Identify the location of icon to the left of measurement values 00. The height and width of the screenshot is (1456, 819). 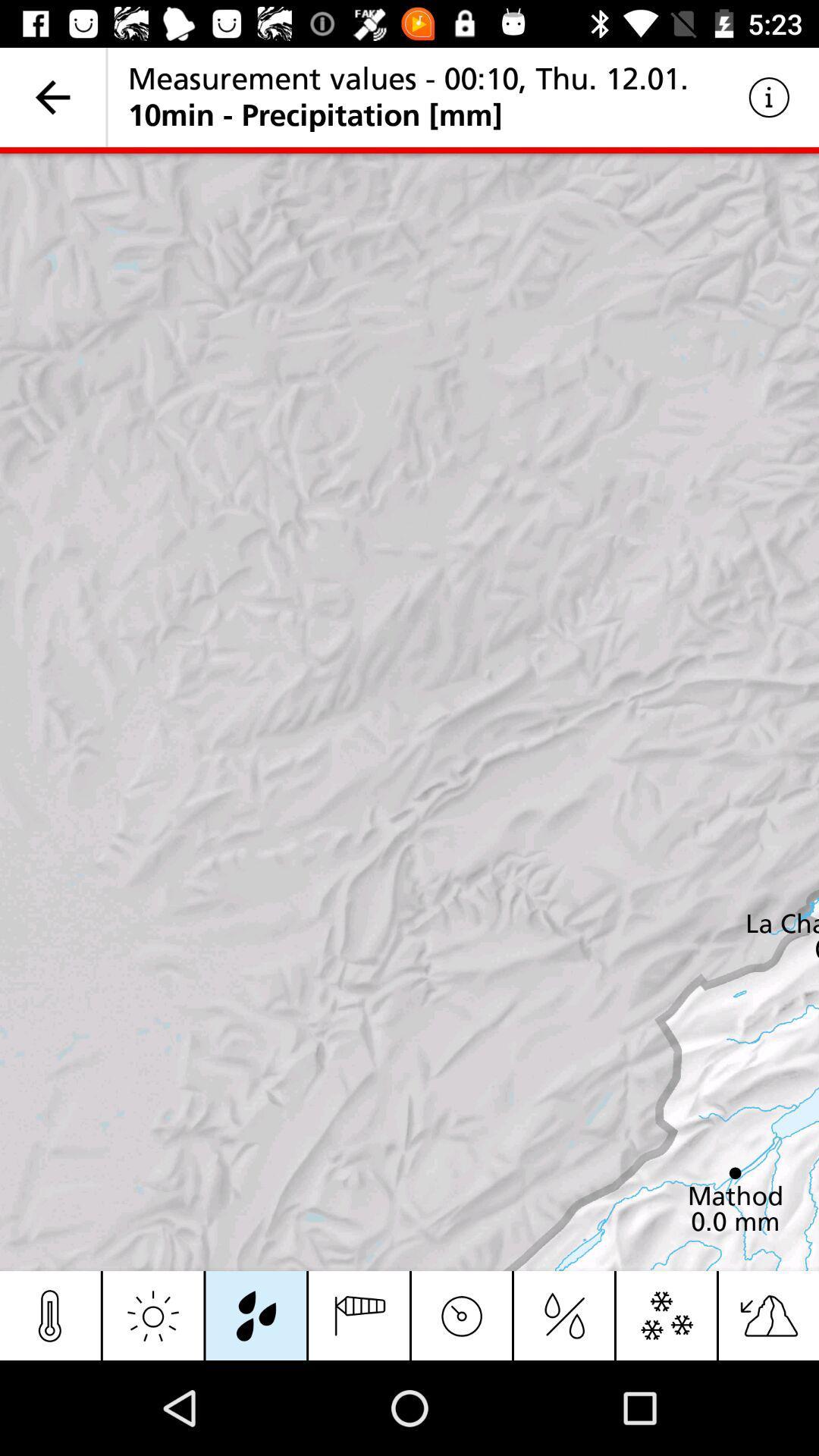
(52, 96).